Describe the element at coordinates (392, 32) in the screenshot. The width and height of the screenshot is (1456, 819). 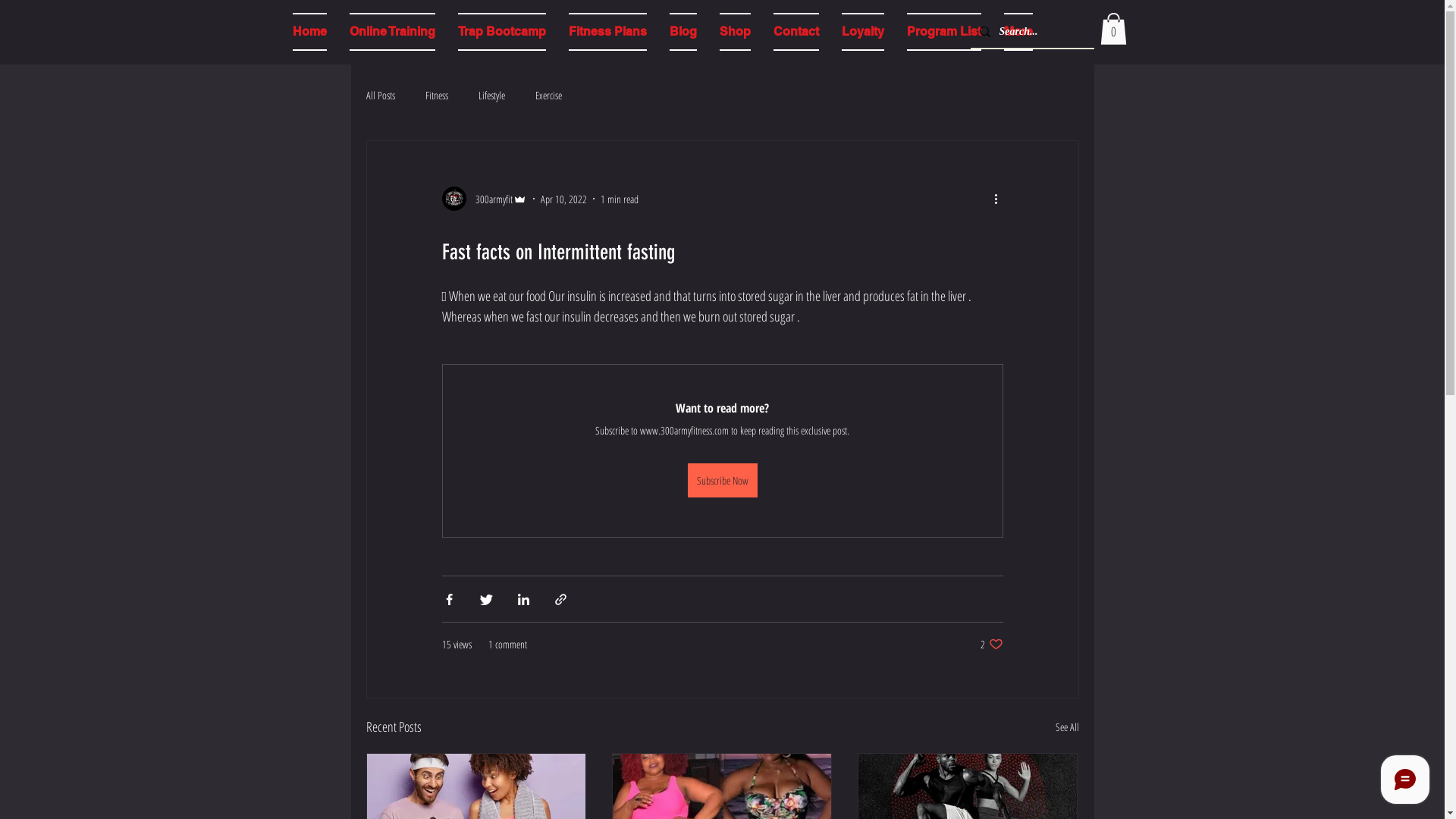
I see `'Online Training'` at that location.